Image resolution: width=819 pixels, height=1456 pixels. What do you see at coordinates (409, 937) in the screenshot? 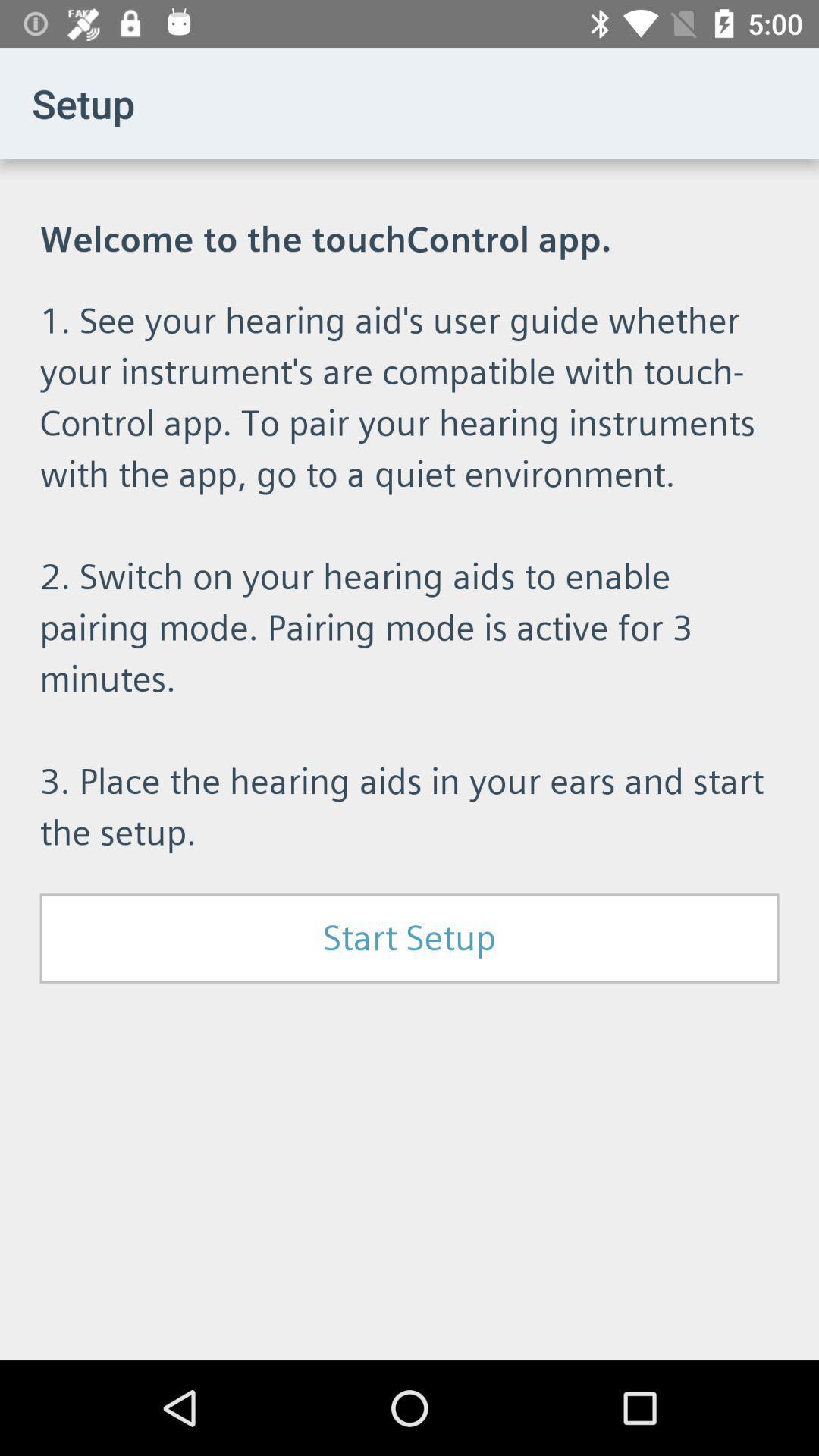
I see `the start setup item` at bounding box center [409, 937].